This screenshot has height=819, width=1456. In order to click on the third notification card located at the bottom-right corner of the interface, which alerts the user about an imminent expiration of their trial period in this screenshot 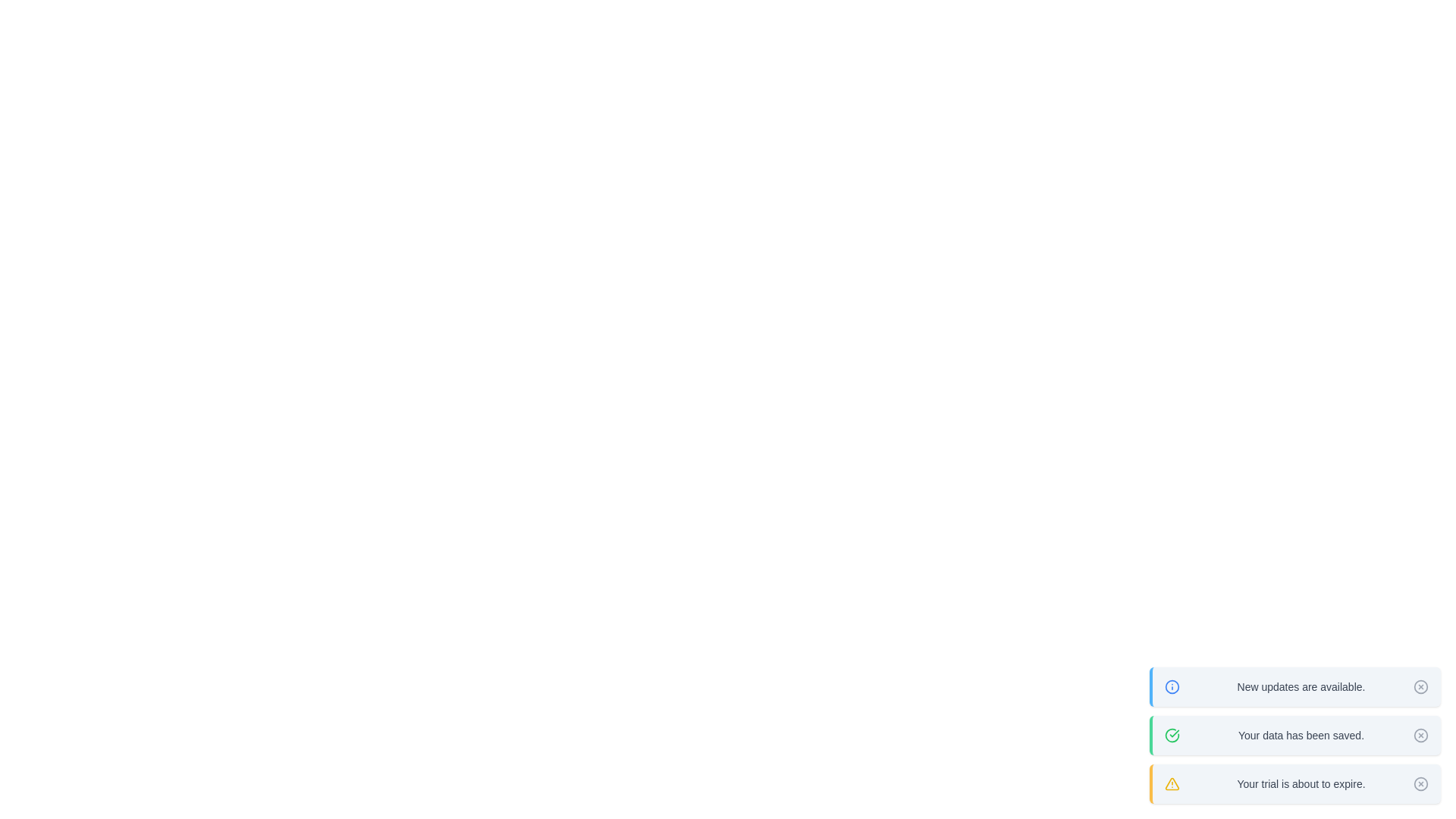, I will do `click(1294, 783)`.